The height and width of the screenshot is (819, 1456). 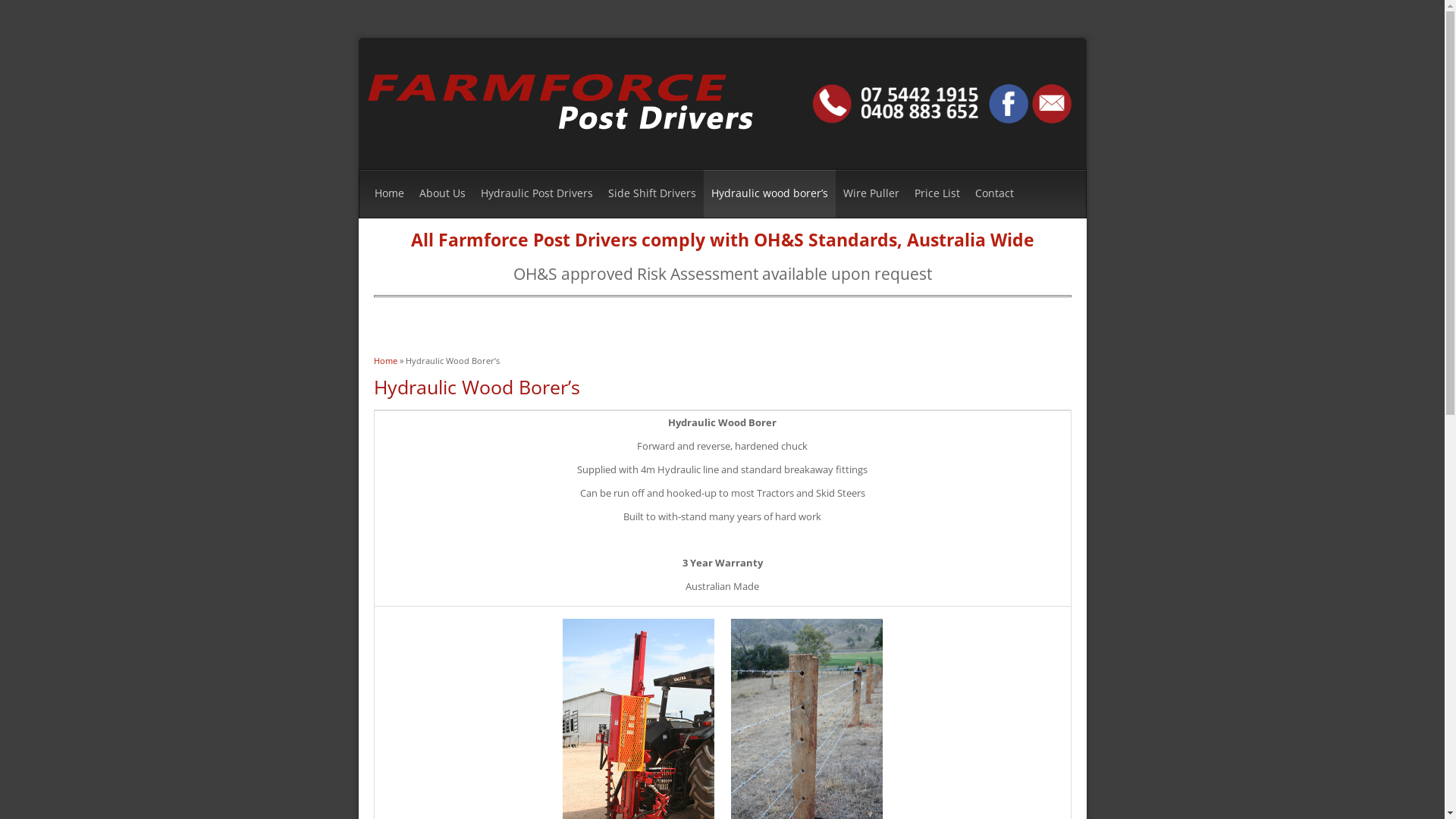 I want to click on 'About Us', so click(x=441, y=193).